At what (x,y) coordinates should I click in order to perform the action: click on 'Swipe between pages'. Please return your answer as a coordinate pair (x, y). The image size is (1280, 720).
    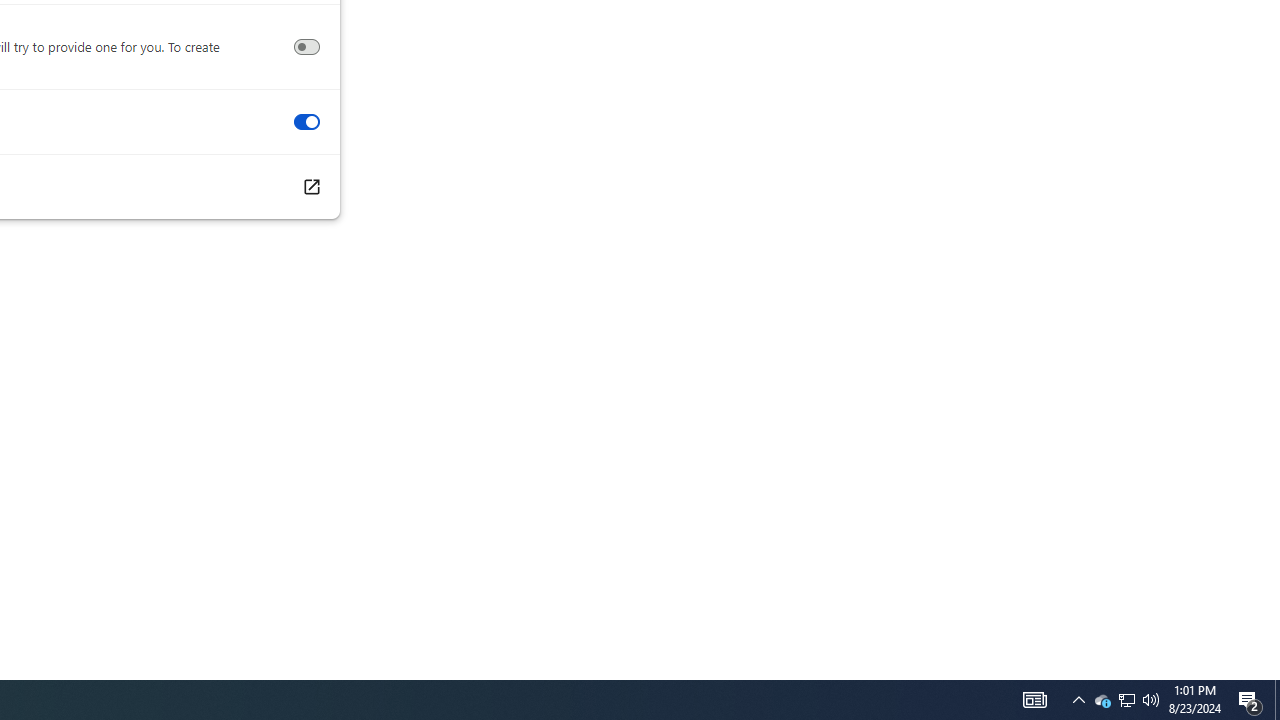
    Looking at the image, I should click on (305, 122).